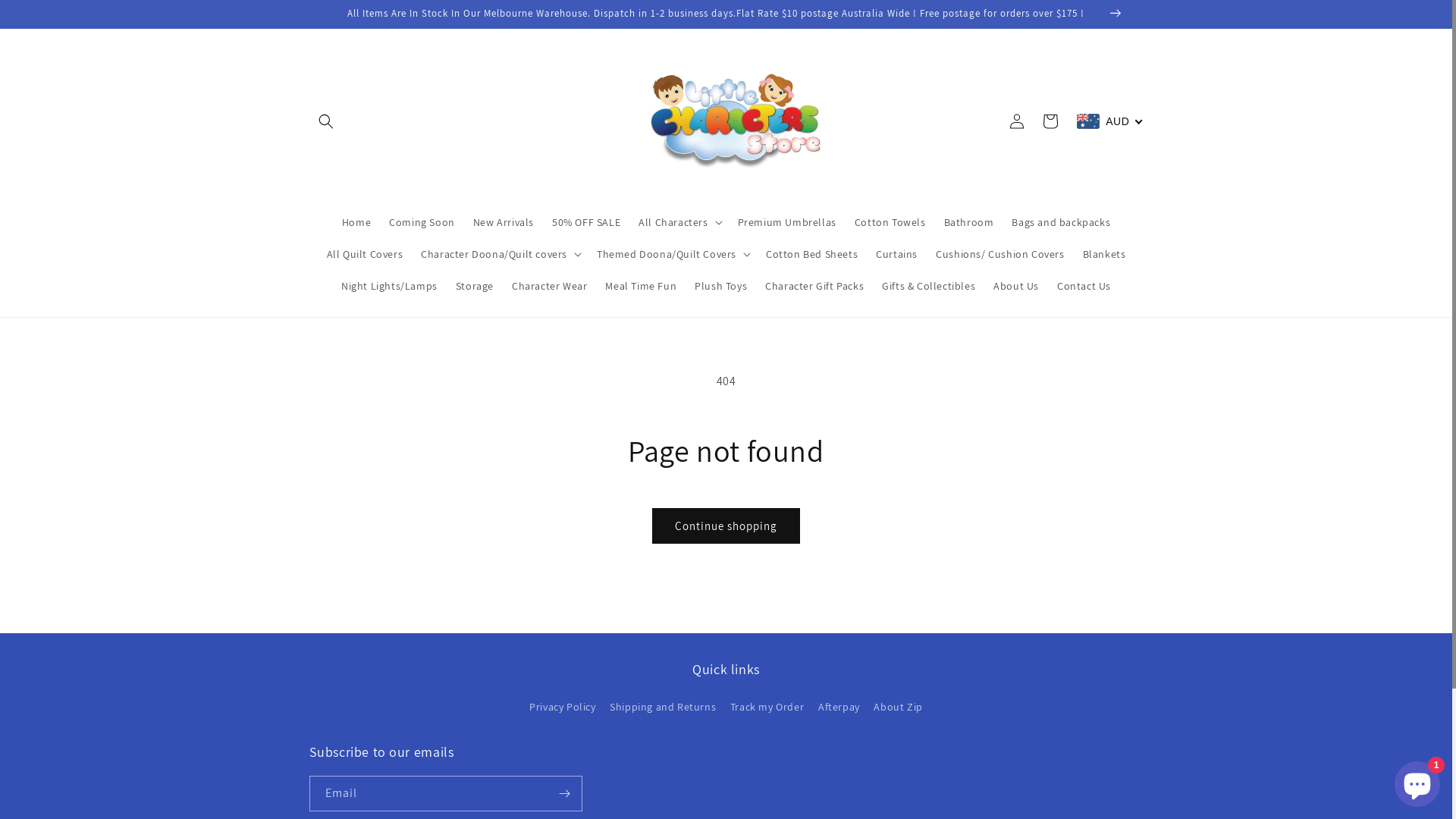  I want to click on 'All Quilt Covers', so click(316, 253).